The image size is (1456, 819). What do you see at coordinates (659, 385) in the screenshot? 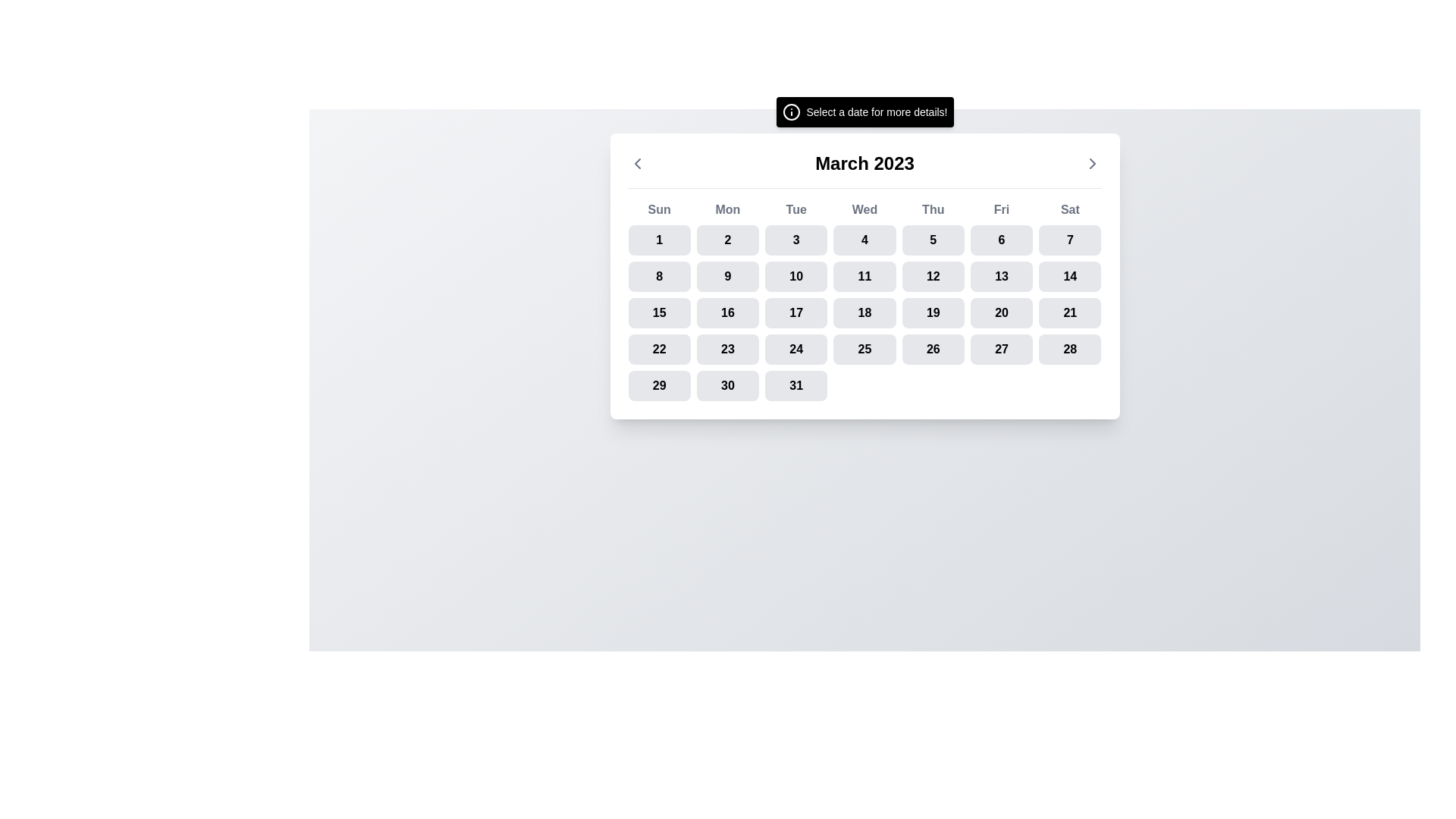
I see `the calendar cell representing March 29, 2023, which is the sixth item in the last row under the 'Sun' column` at bounding box center [659, 385].